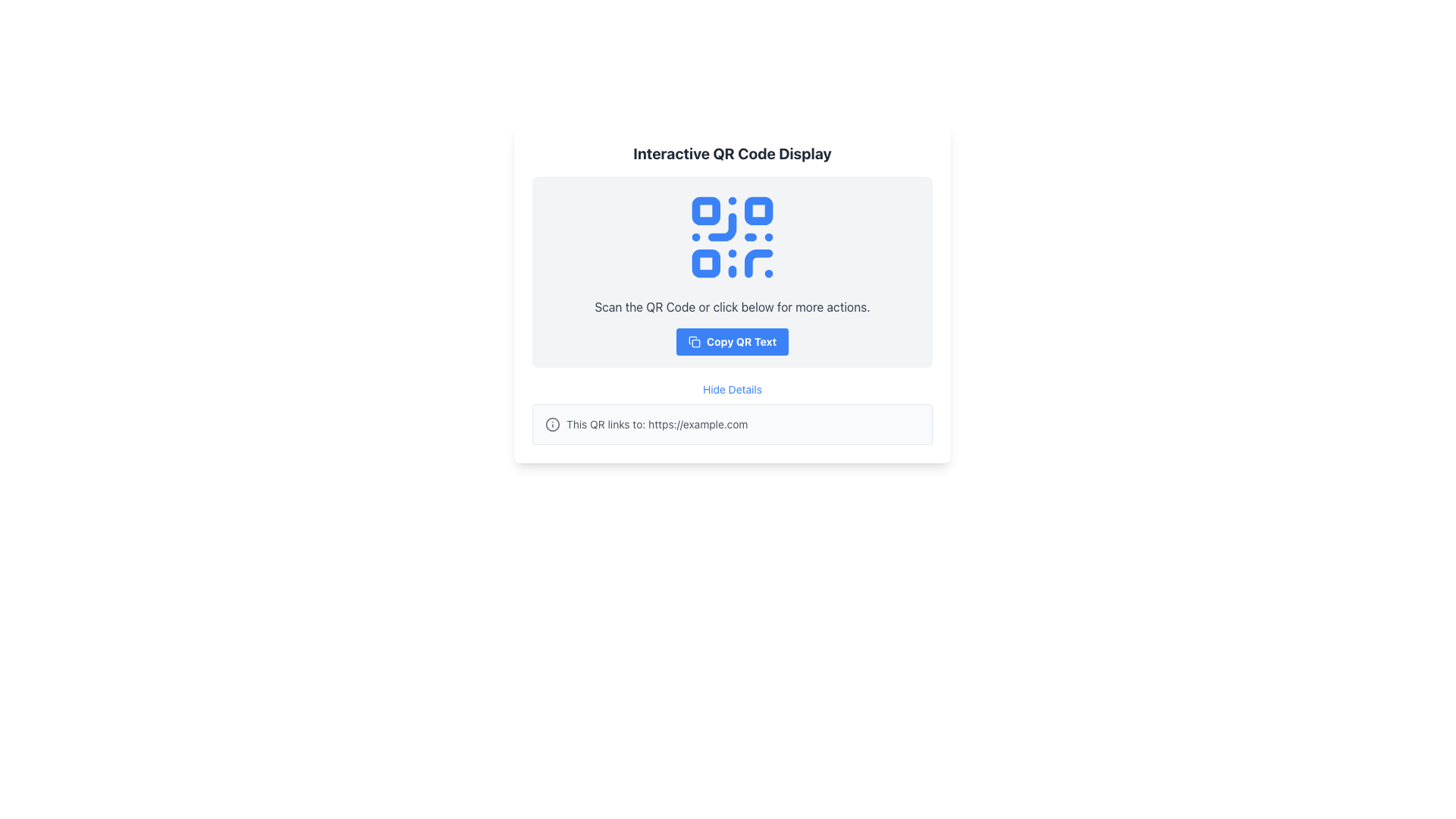 This screenshot has height=819, width=1456. What do you see at coordinates (732, 424) in the screenshot?
I see `the informational text element that indicates the web address linked to the QR code, which is centrally positioned slightly below the QR code section and contained within a bordered box with a light gray background` at bounding box center [732, 424].